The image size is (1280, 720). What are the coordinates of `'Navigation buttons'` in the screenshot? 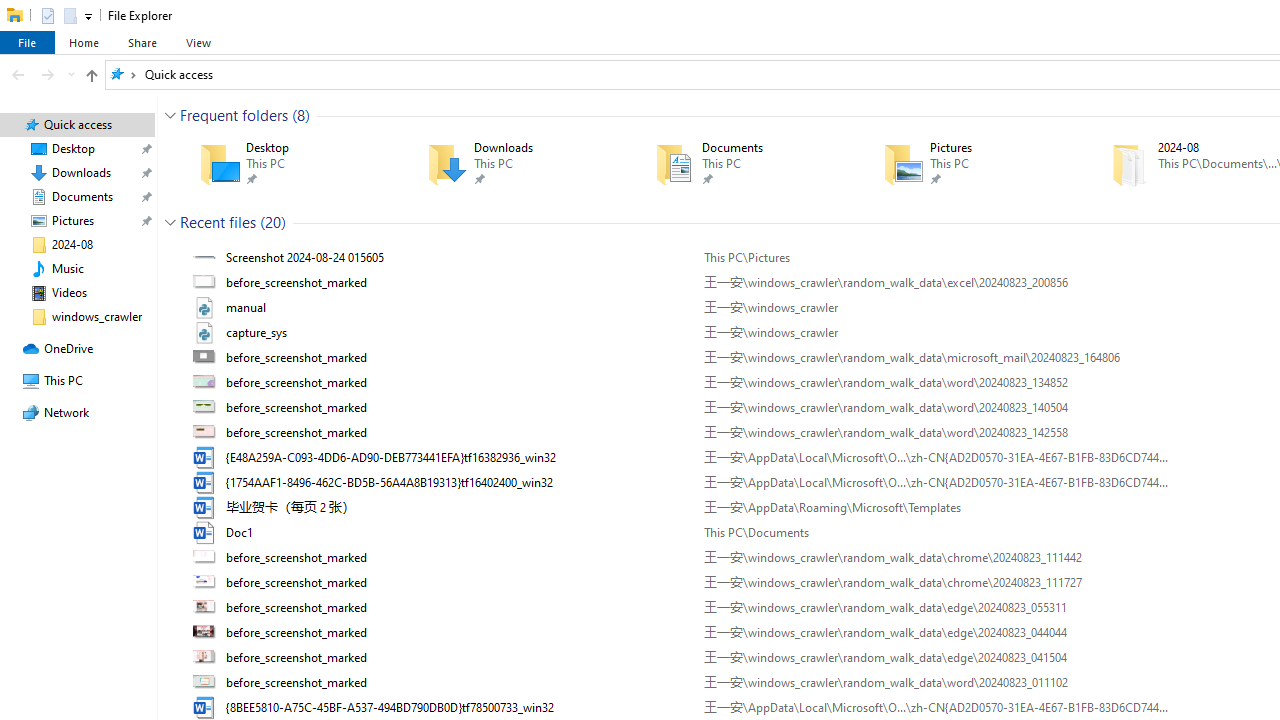 It's located at (40, 73).